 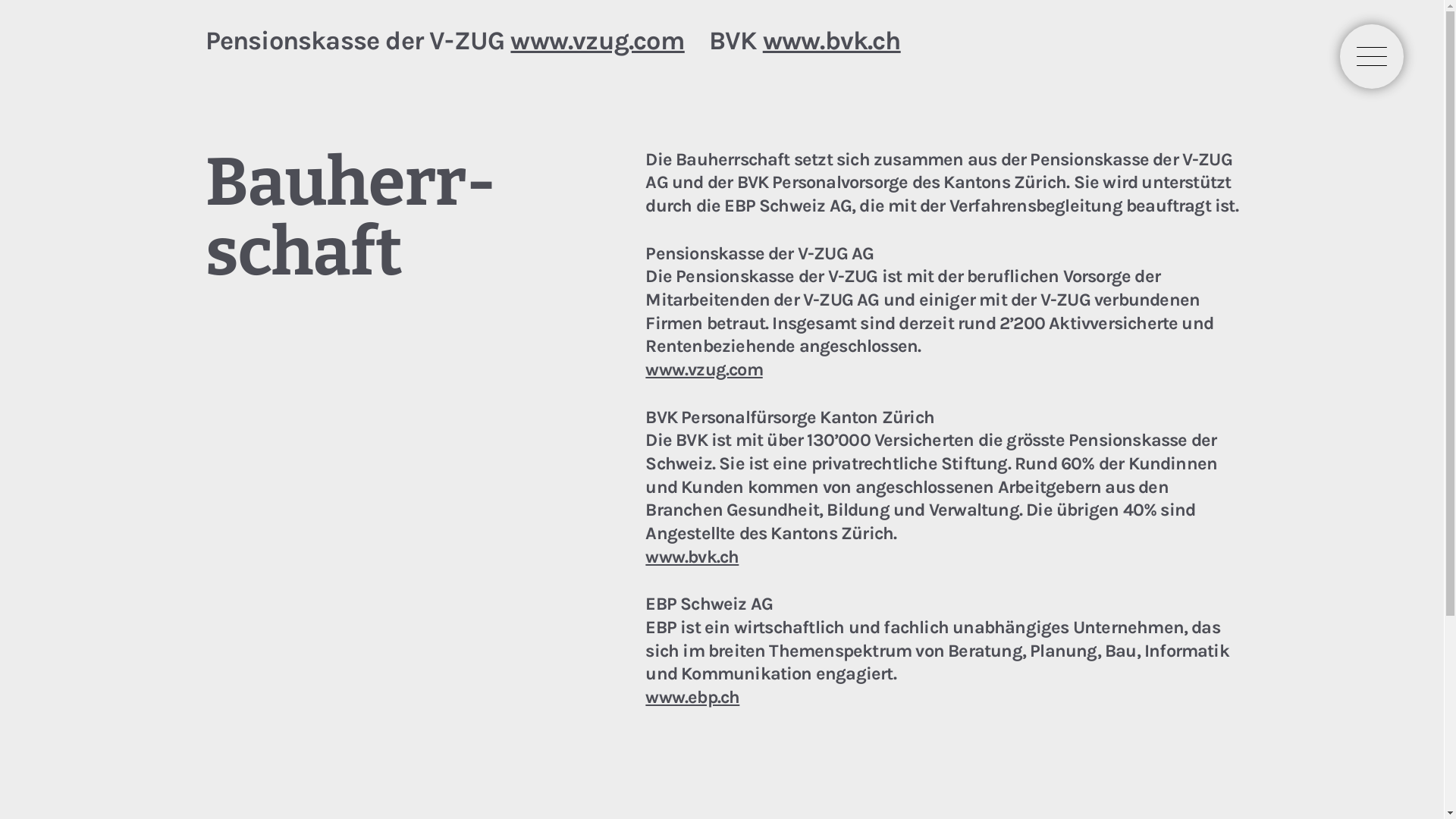 What do you see at coordinates (763, 40) in the screenshot?
I see `'www.bvk.ch'` at bounding box center [763, 40].